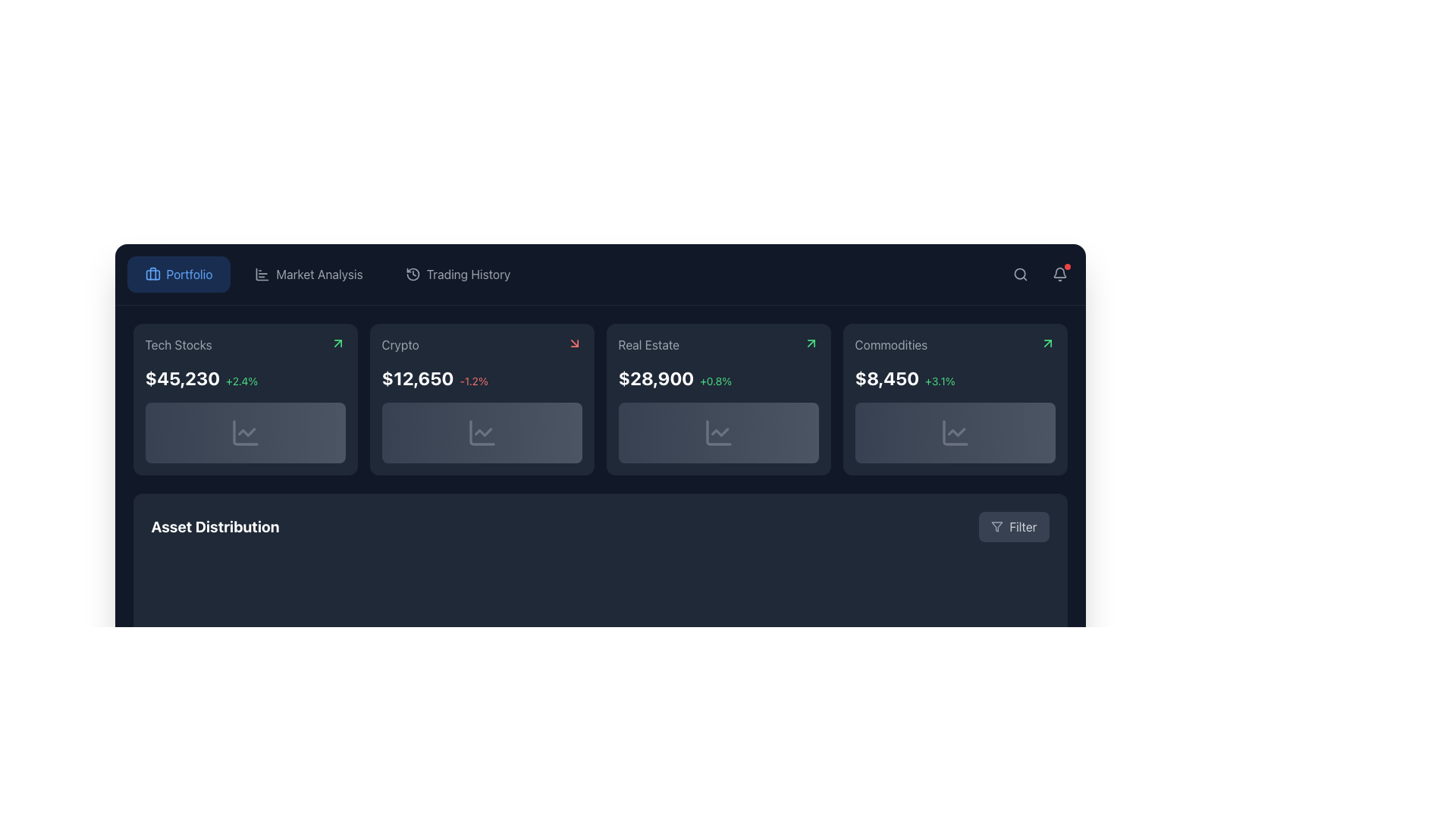 The image size is (1456, 819). Describe the element at coordinates (717, 432) in the screenshot. I see `the line chart icon located at the bottom center of the 'Real Estate' card` at that location.